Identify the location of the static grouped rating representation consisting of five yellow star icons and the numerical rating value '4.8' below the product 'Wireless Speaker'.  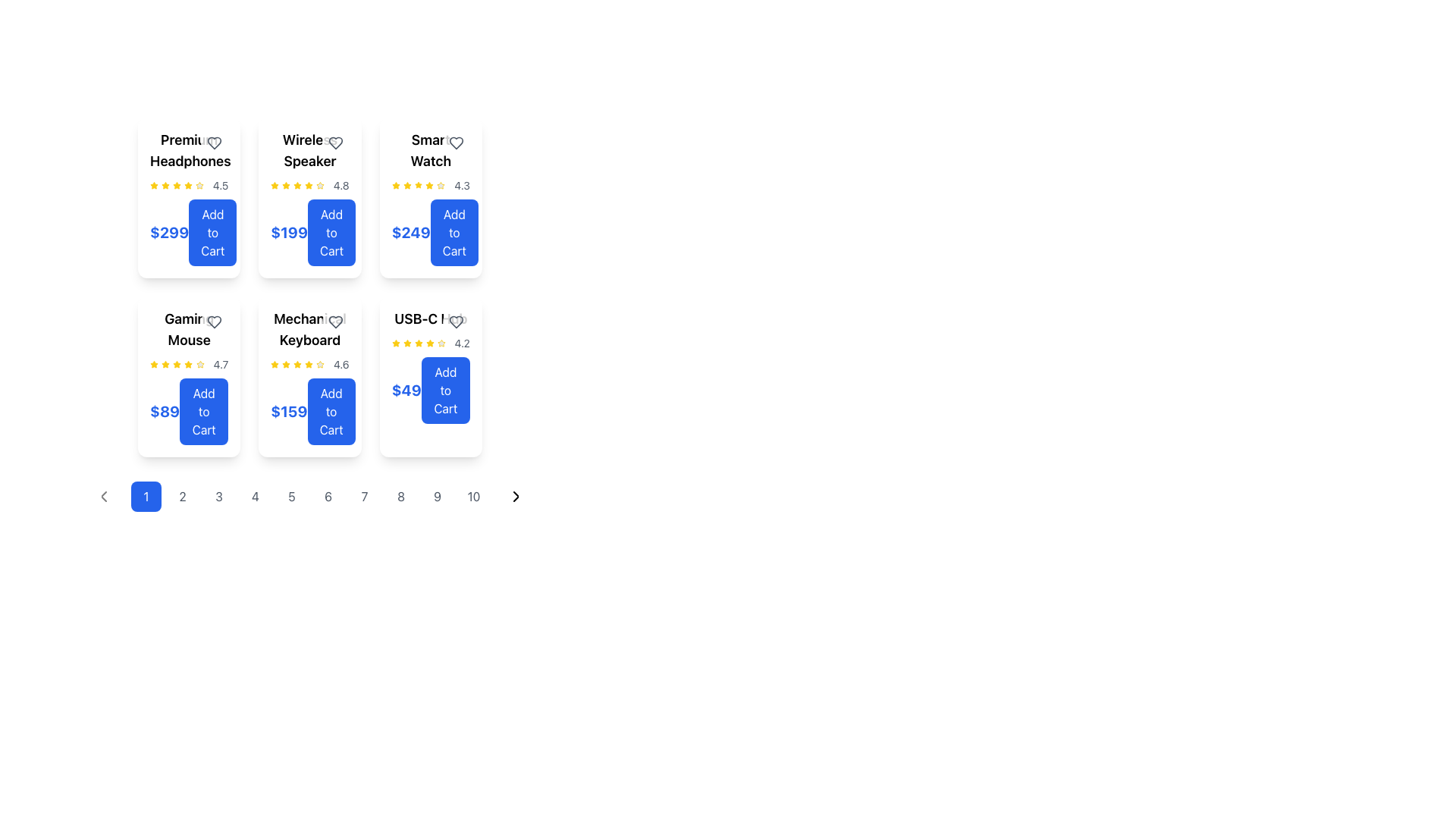
(309, 185).